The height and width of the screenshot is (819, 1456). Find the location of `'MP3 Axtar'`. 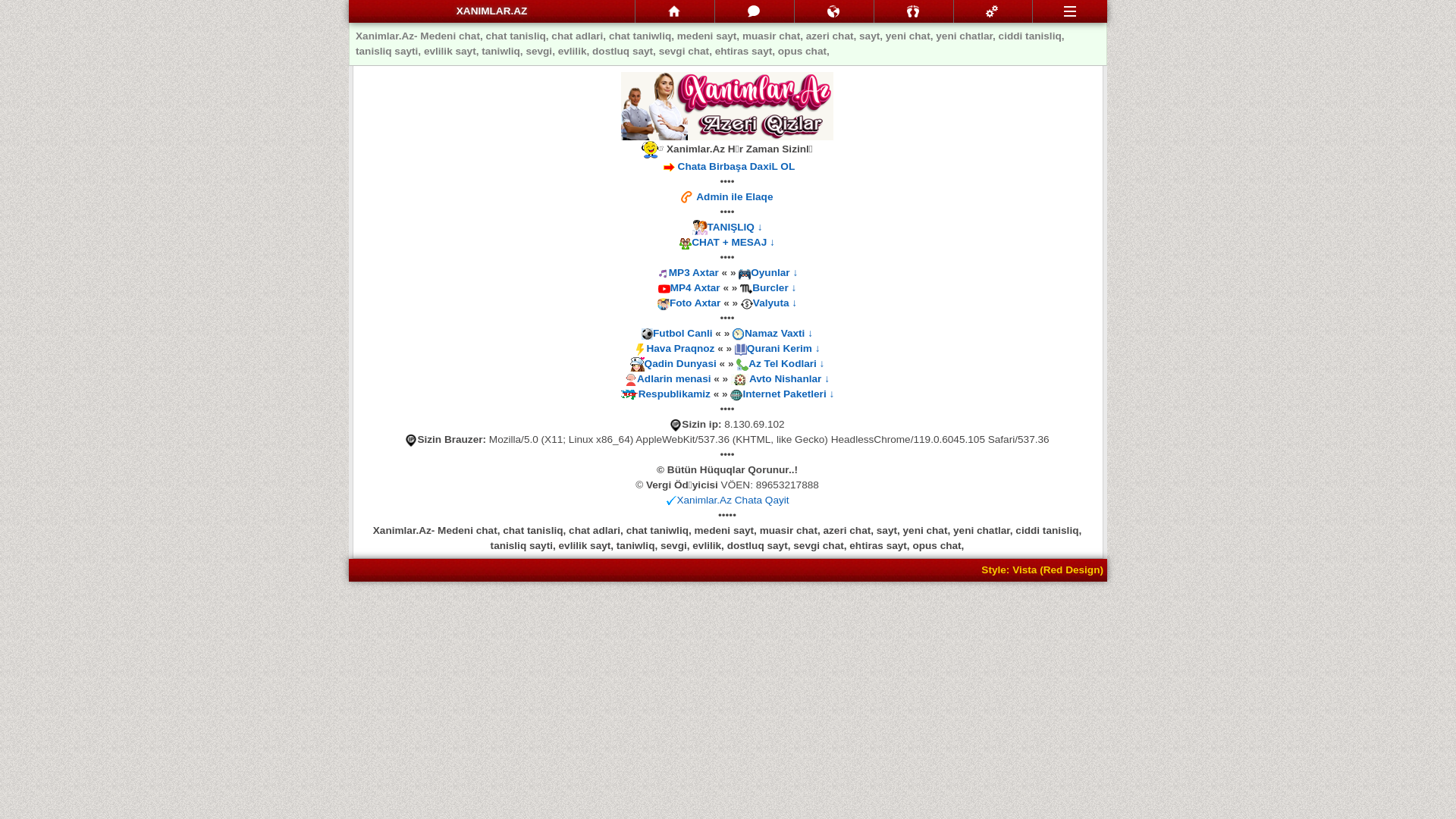

'MP3 Axtar' is located at coordinates (693, 271).